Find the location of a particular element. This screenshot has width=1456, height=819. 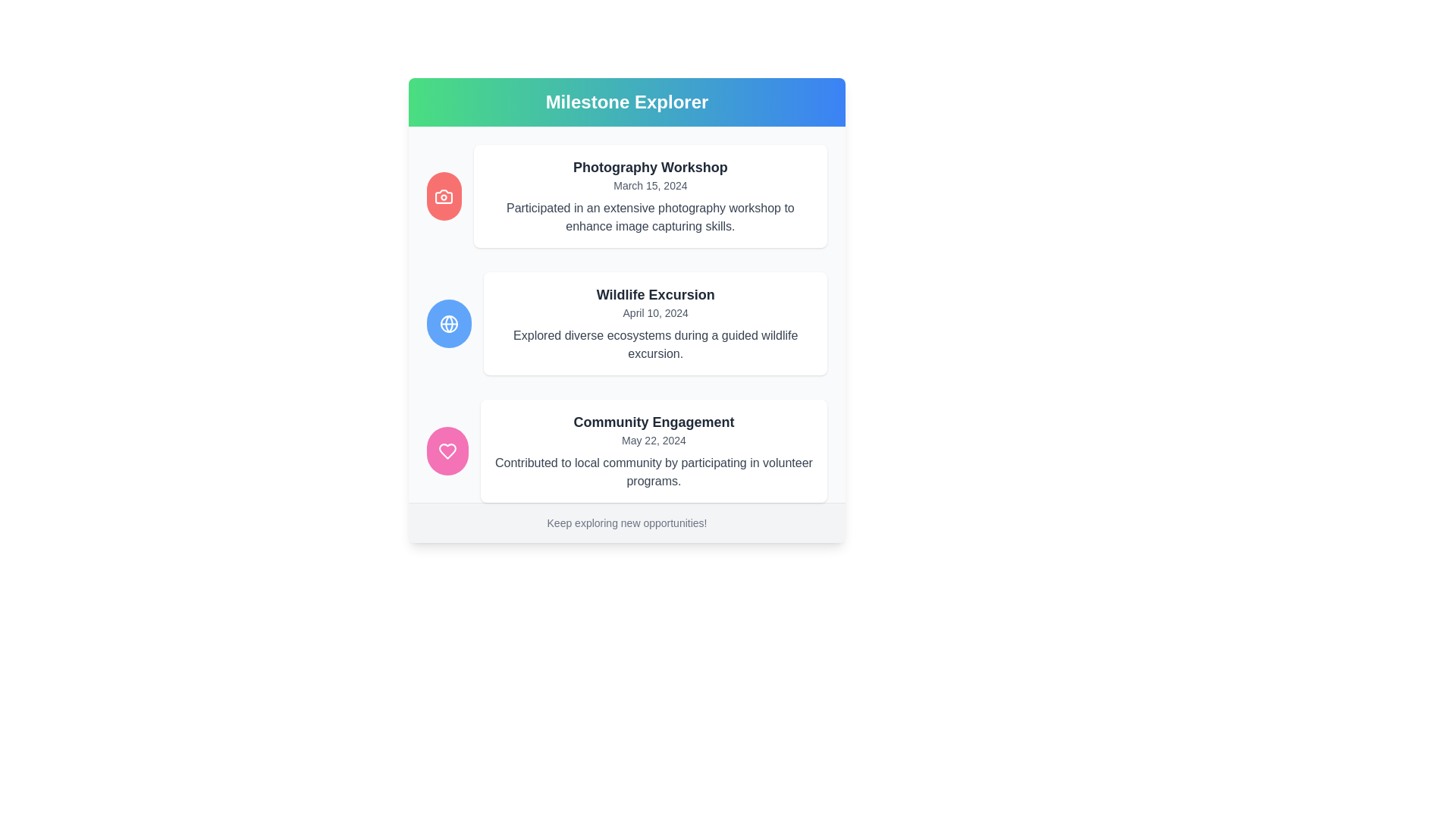

the globe icon, which is the second circular icon in a vertical sequence on the left side of the interface is located at coordinates (448, 323).